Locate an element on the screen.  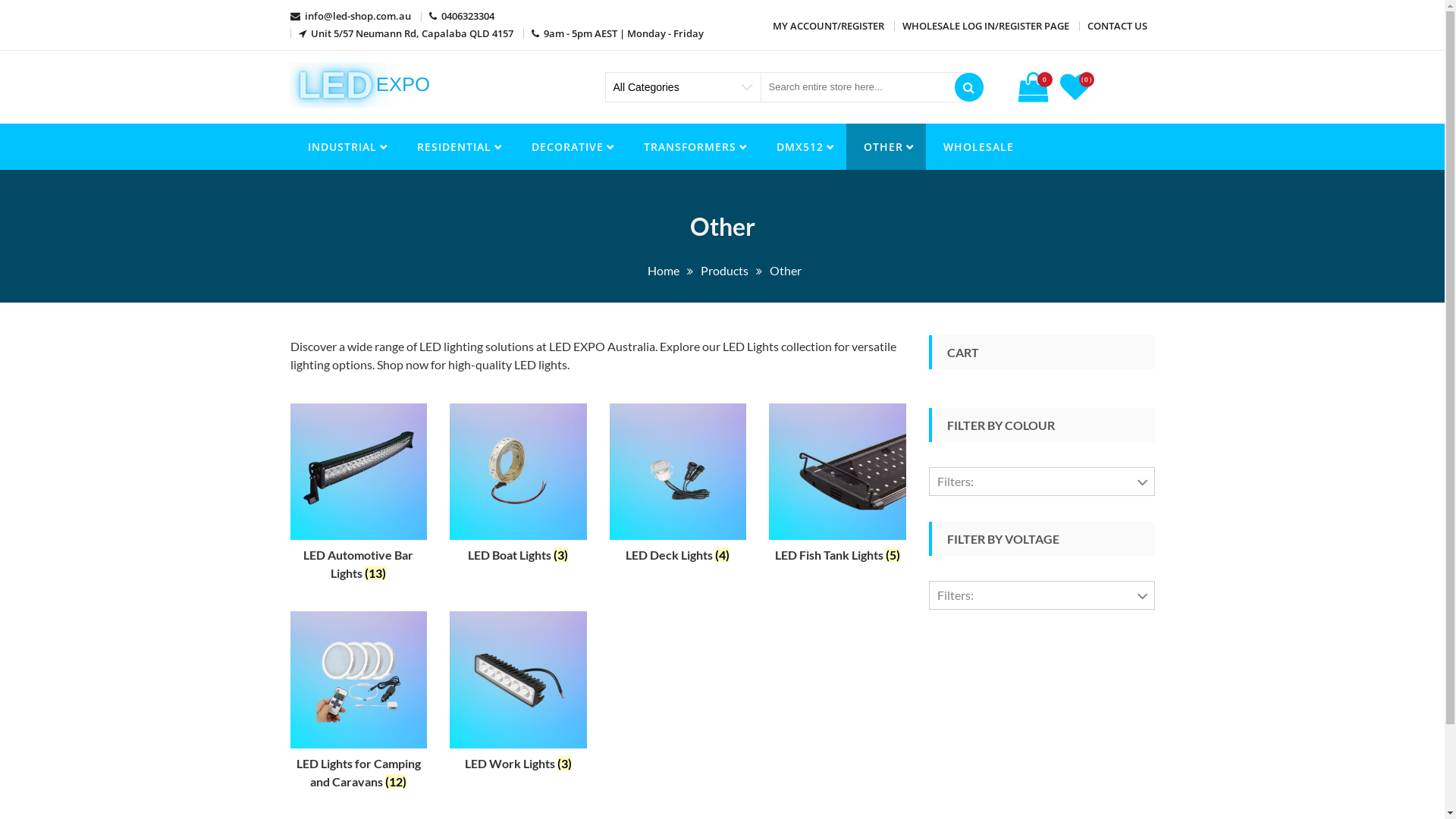
'OTHER' is located at coordinates (886, 146).